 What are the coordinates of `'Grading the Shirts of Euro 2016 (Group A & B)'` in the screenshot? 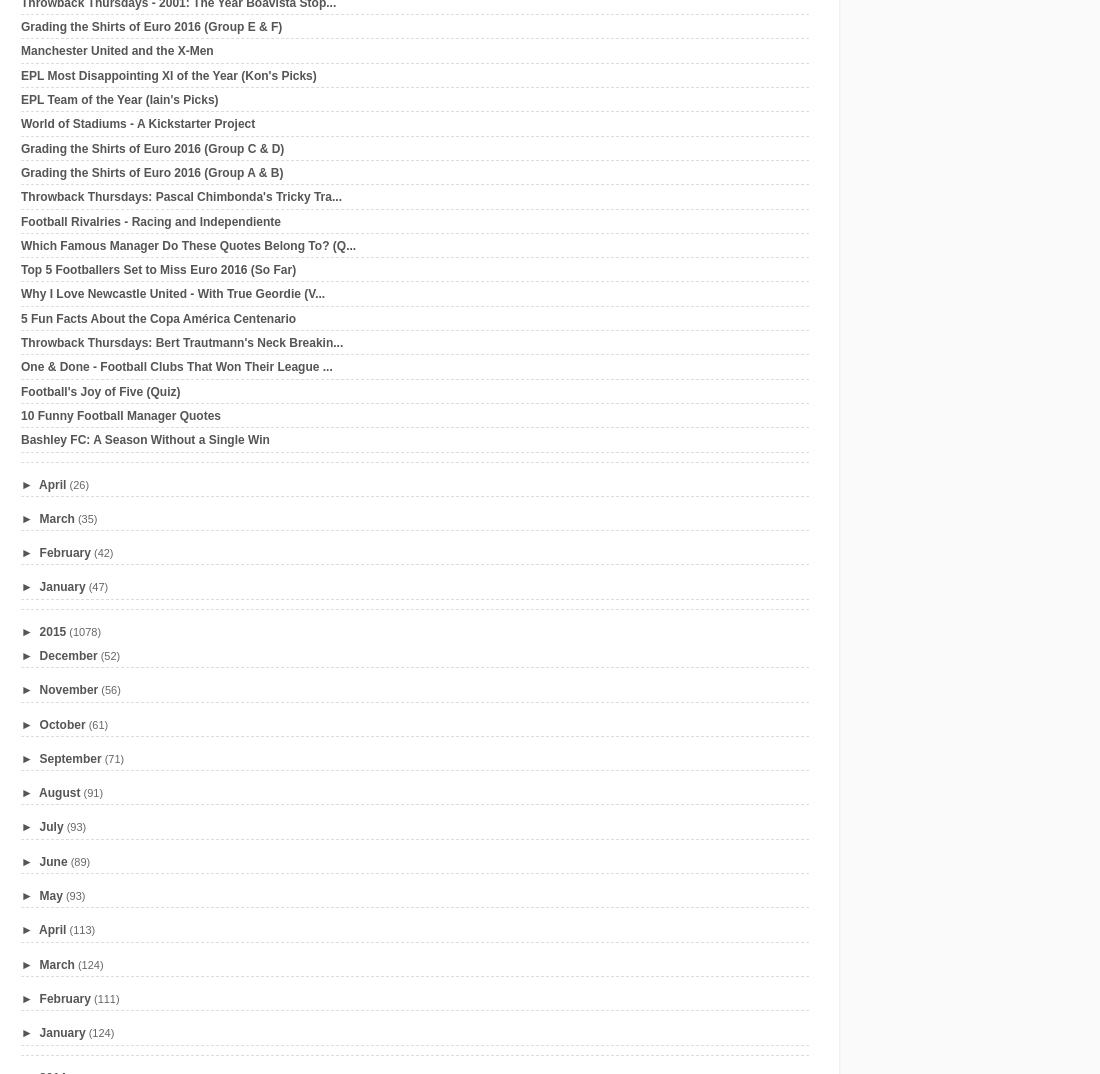 It's located at (151, 171).